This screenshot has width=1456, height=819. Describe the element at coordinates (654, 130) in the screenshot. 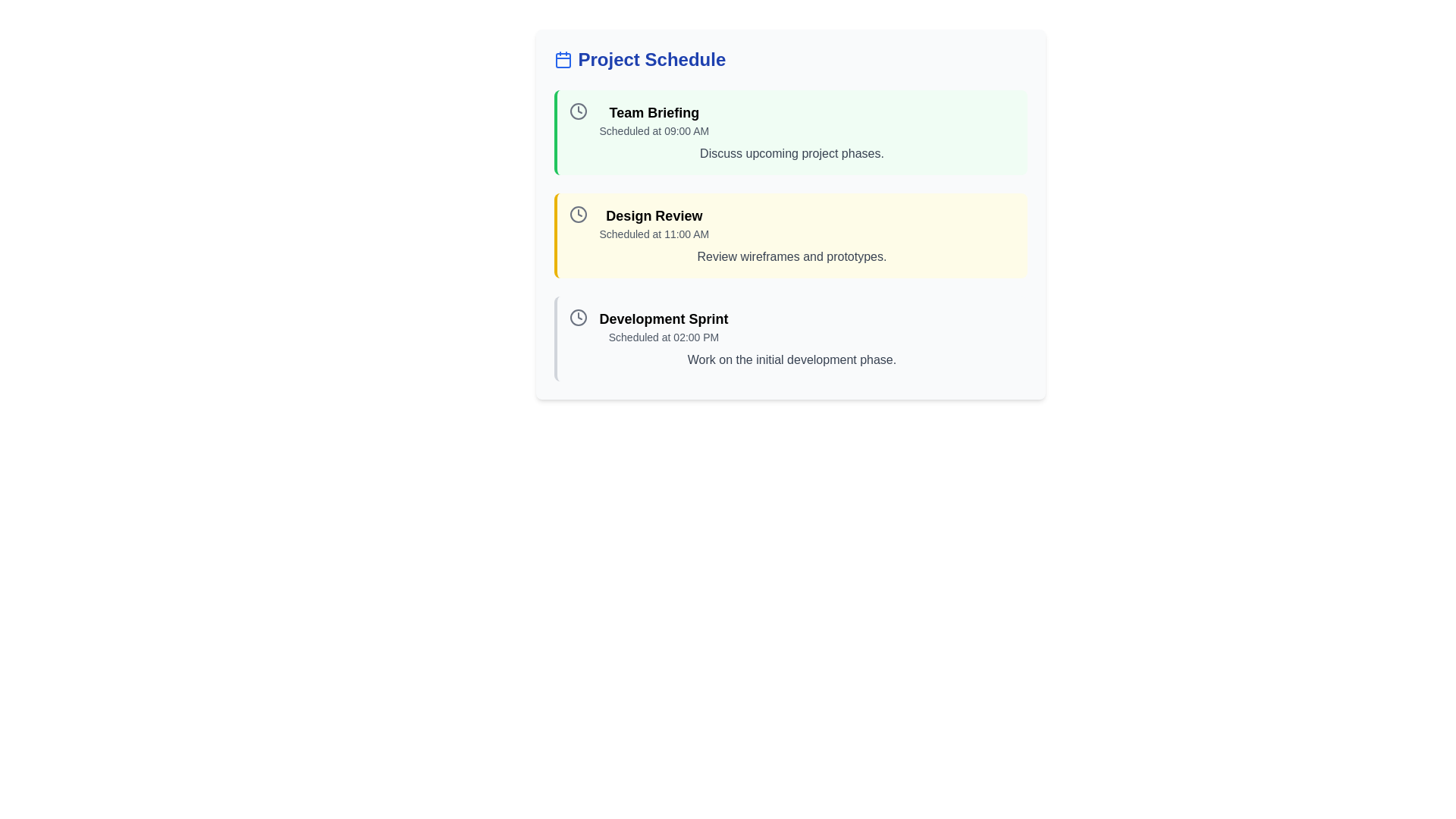

I see `the static text label providing scheduling information for the event titled 'Team Briefing', which is located directly below the text 'Team Briefing' within the 'Project Schedule' card` at that location.